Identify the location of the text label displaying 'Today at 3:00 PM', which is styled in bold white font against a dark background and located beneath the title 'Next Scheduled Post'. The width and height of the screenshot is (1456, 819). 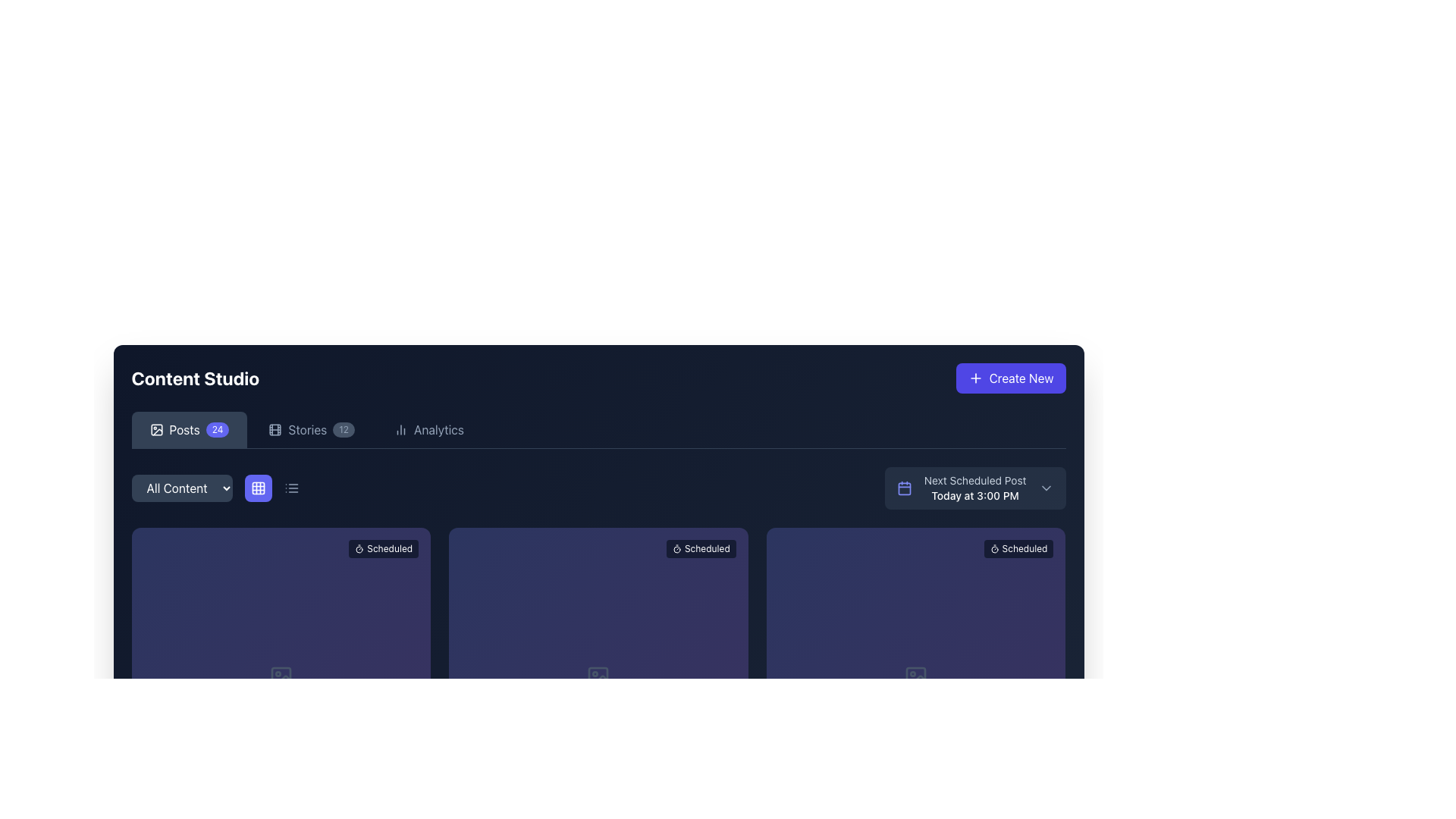
(975, 496).